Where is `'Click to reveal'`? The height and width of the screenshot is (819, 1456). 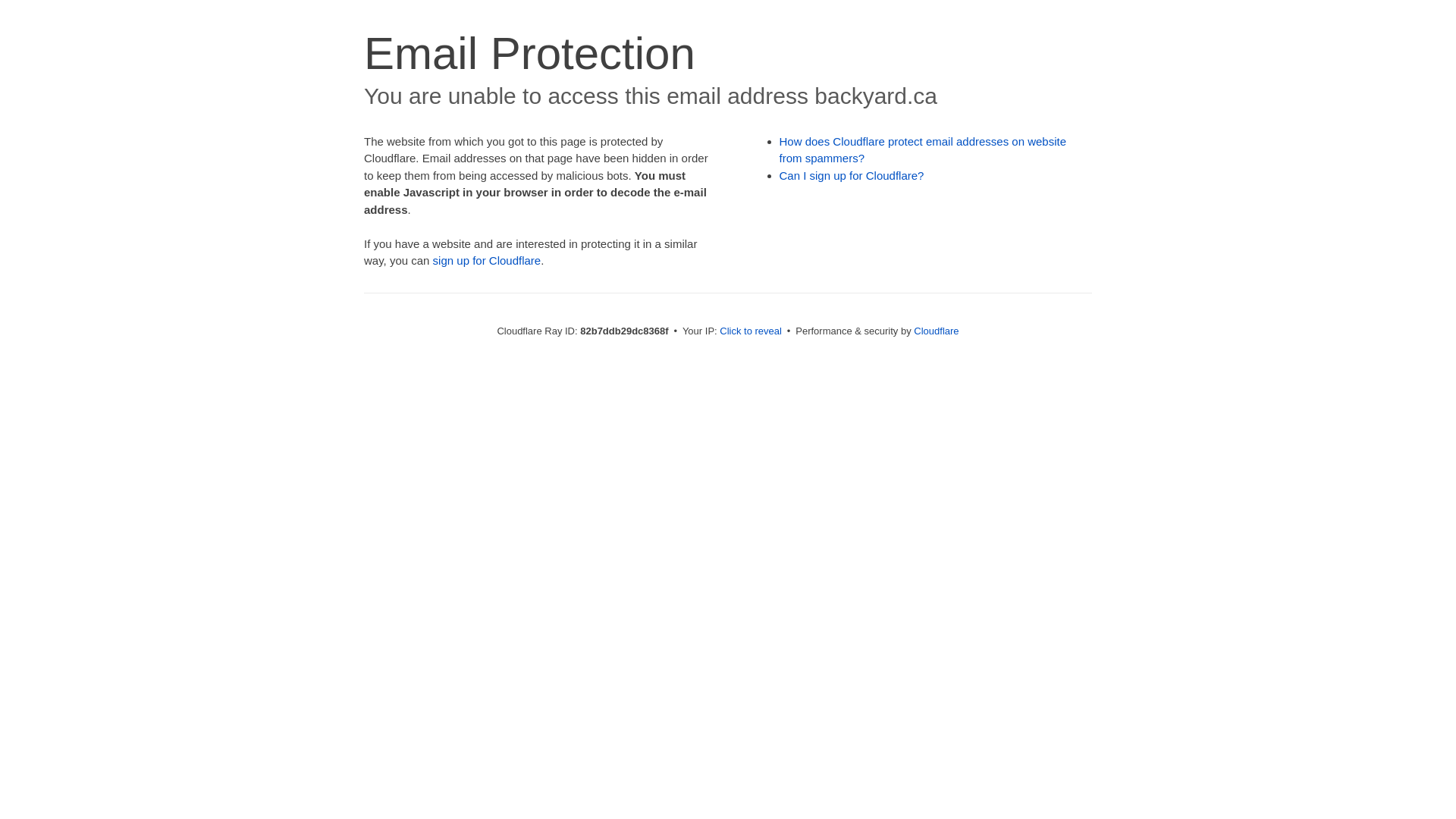 'Click to reveal' is located at coordinates (750, 330).